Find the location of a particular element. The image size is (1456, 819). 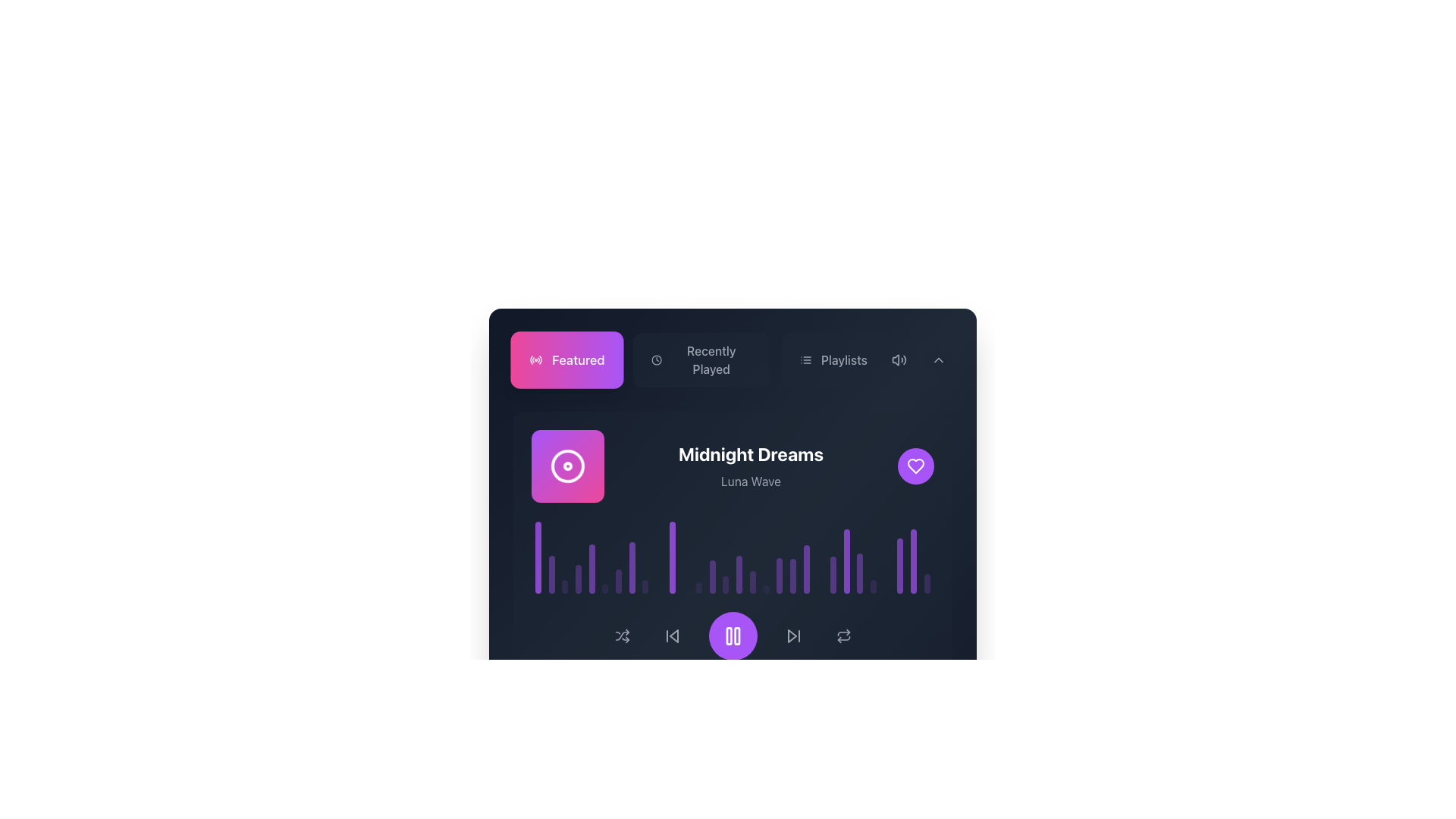

the twenty-fourth vertical bar of the visualizer, which is a rectangular bar with rounded edges and a gradient purple color, part of a music player interface is located at coordinates (900, 566).